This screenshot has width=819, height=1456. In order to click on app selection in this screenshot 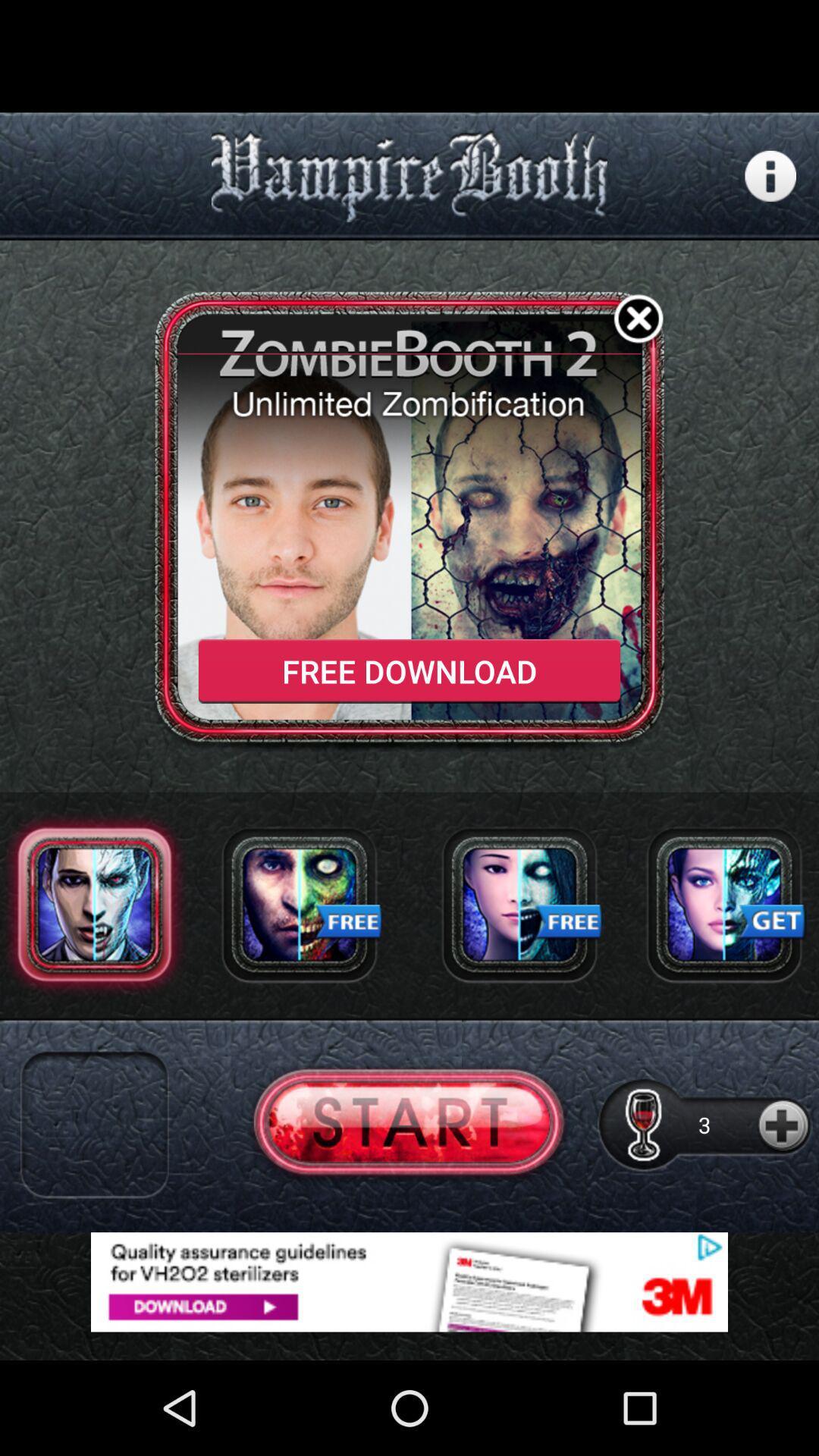, I will do `click(94, 1125)`.